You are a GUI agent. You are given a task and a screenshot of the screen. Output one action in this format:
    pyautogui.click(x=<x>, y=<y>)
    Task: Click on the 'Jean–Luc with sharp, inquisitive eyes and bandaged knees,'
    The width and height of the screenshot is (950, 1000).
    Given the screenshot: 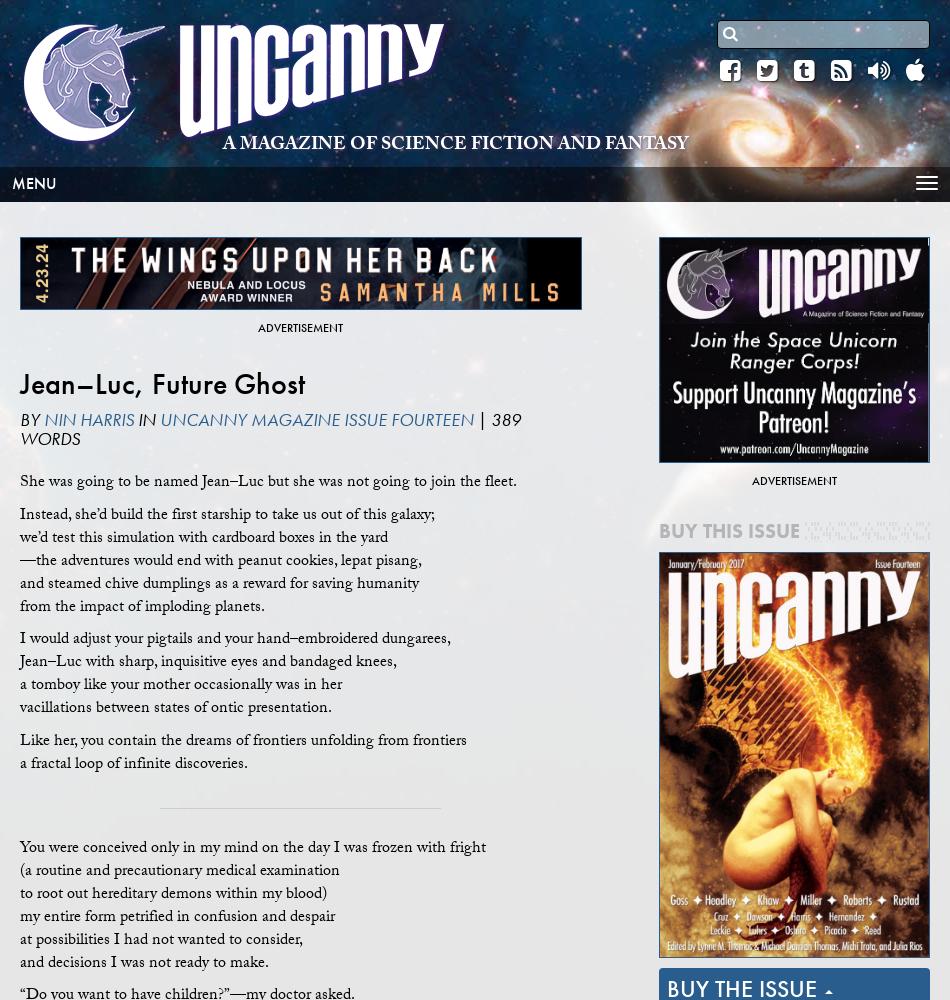 What is the action you would take?
    pyautogui.click(x=19, y=663)
    